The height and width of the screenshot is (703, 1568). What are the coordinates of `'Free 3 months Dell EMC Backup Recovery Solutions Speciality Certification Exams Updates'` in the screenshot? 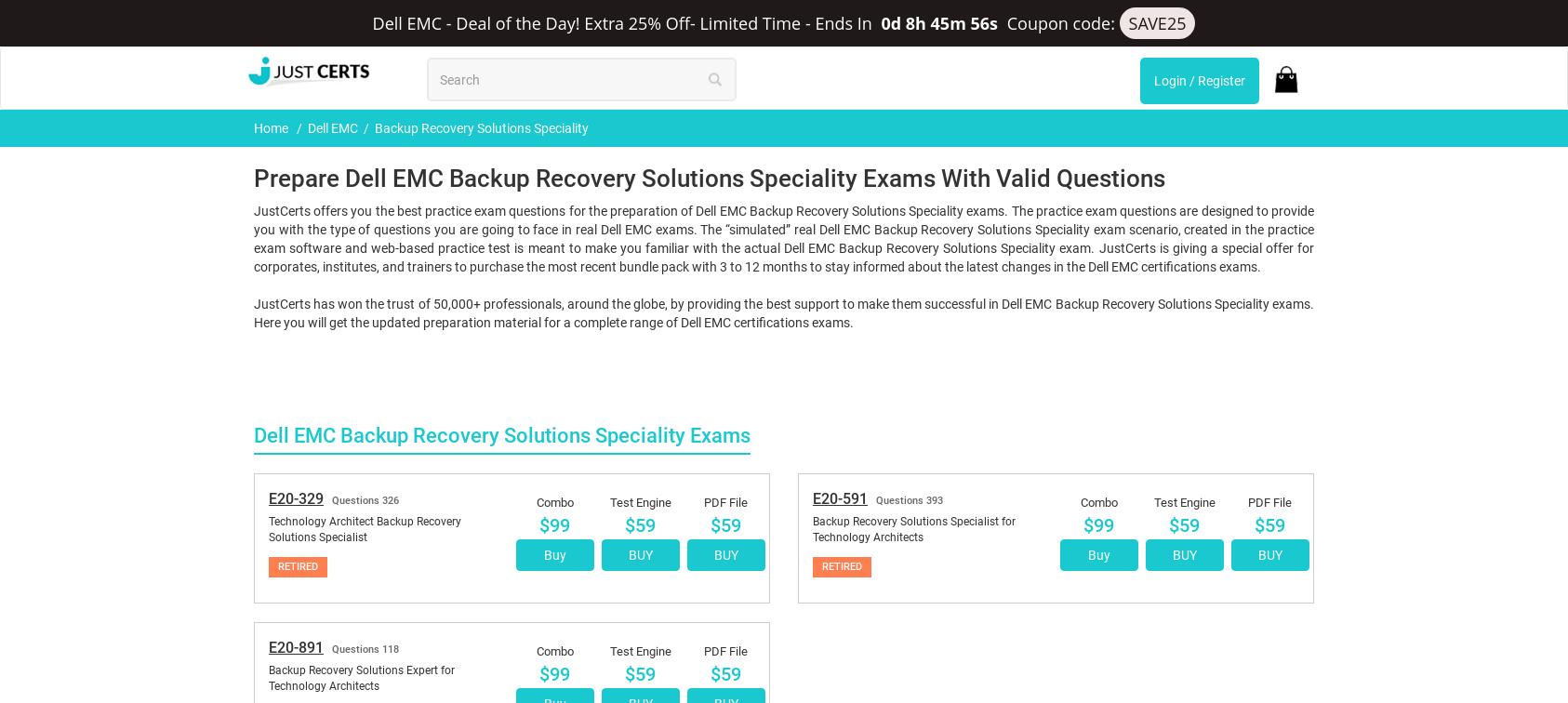 It's located at (1067, 672).